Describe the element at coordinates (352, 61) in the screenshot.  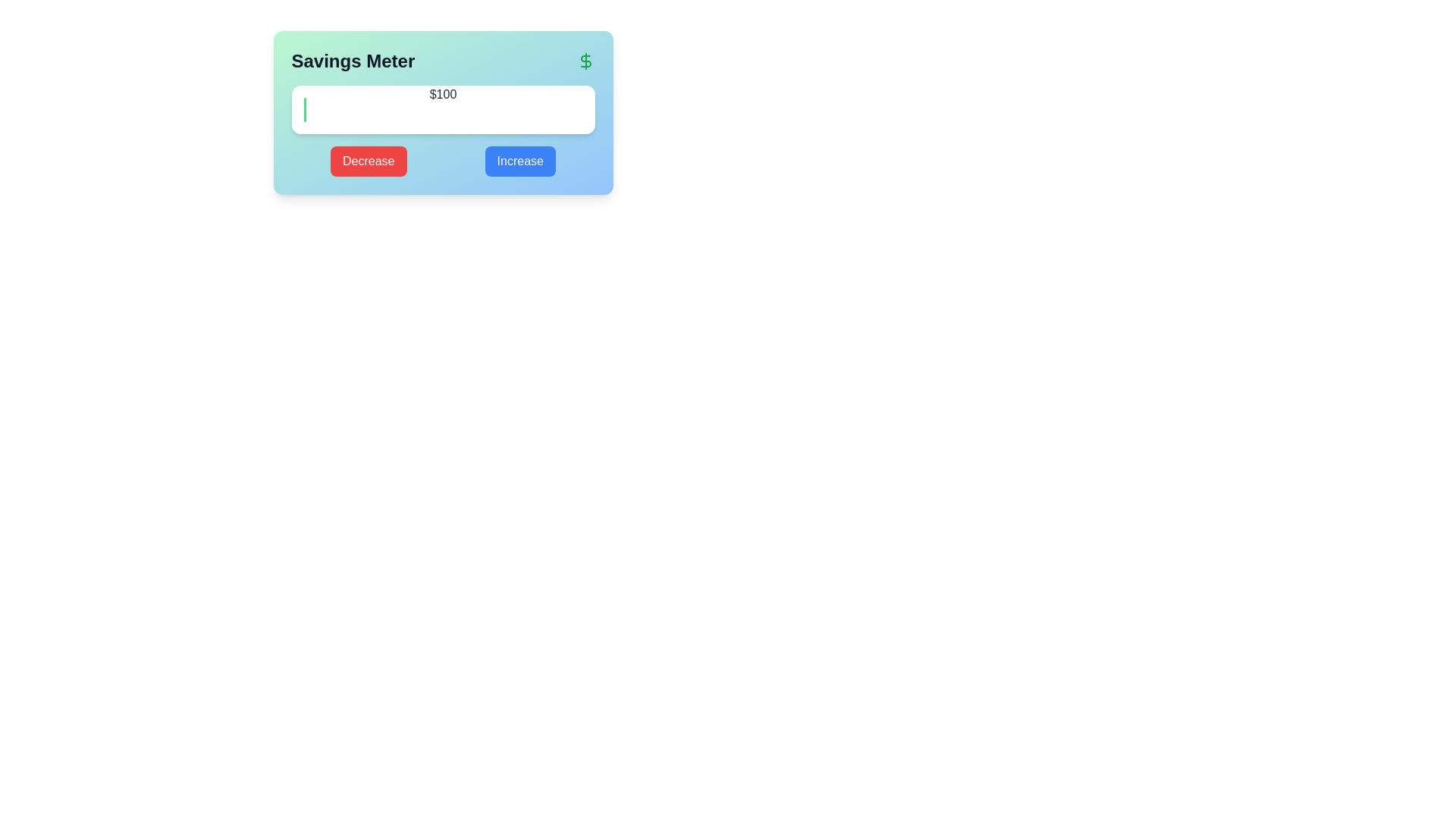
I see `the 'Savings Meter' text label, which is prominently styled with a bold and large font, located on the left side of the header section in a card-like interface` at that location.